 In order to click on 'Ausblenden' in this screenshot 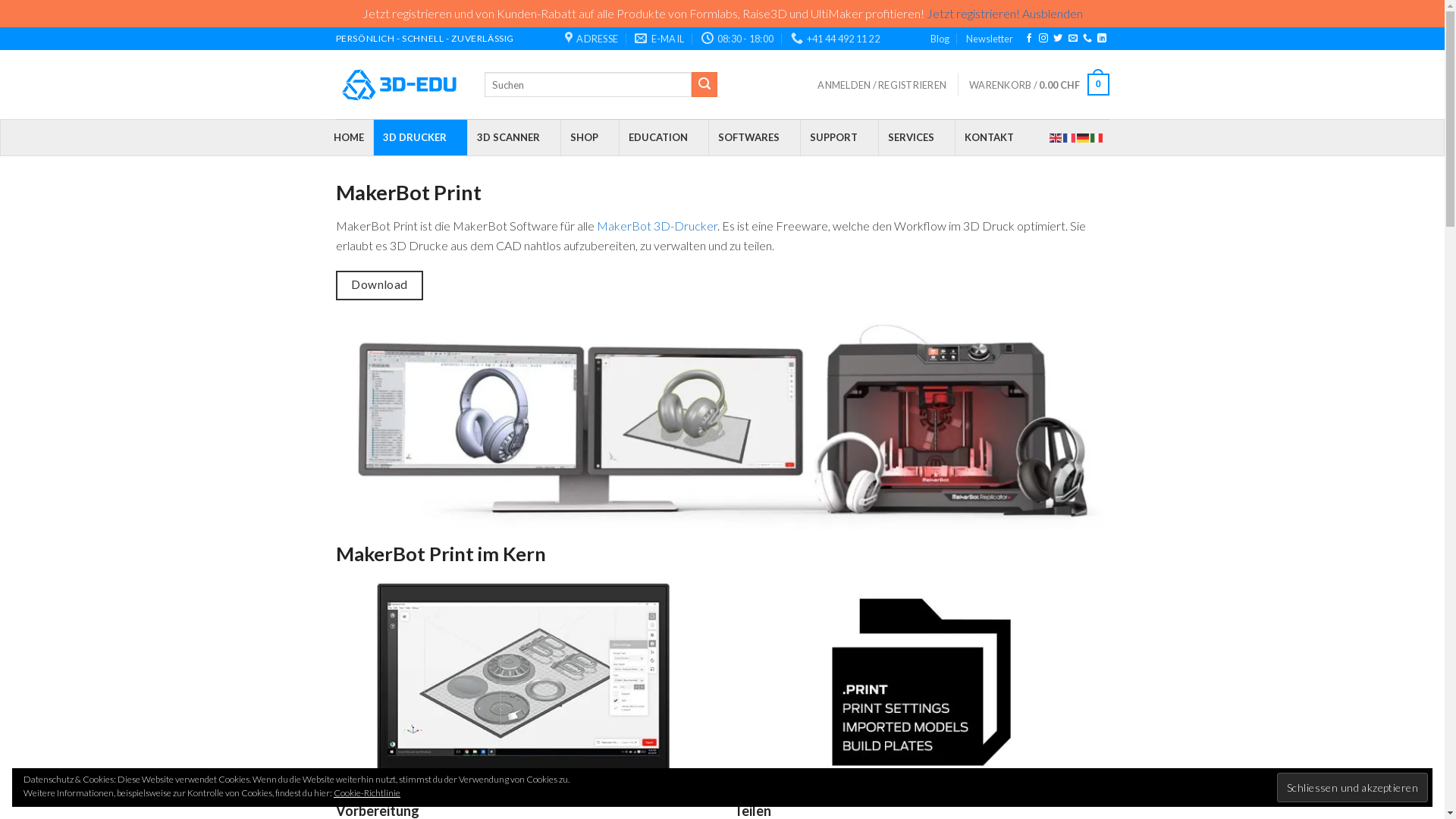, I will do `click(1051, 13)`.